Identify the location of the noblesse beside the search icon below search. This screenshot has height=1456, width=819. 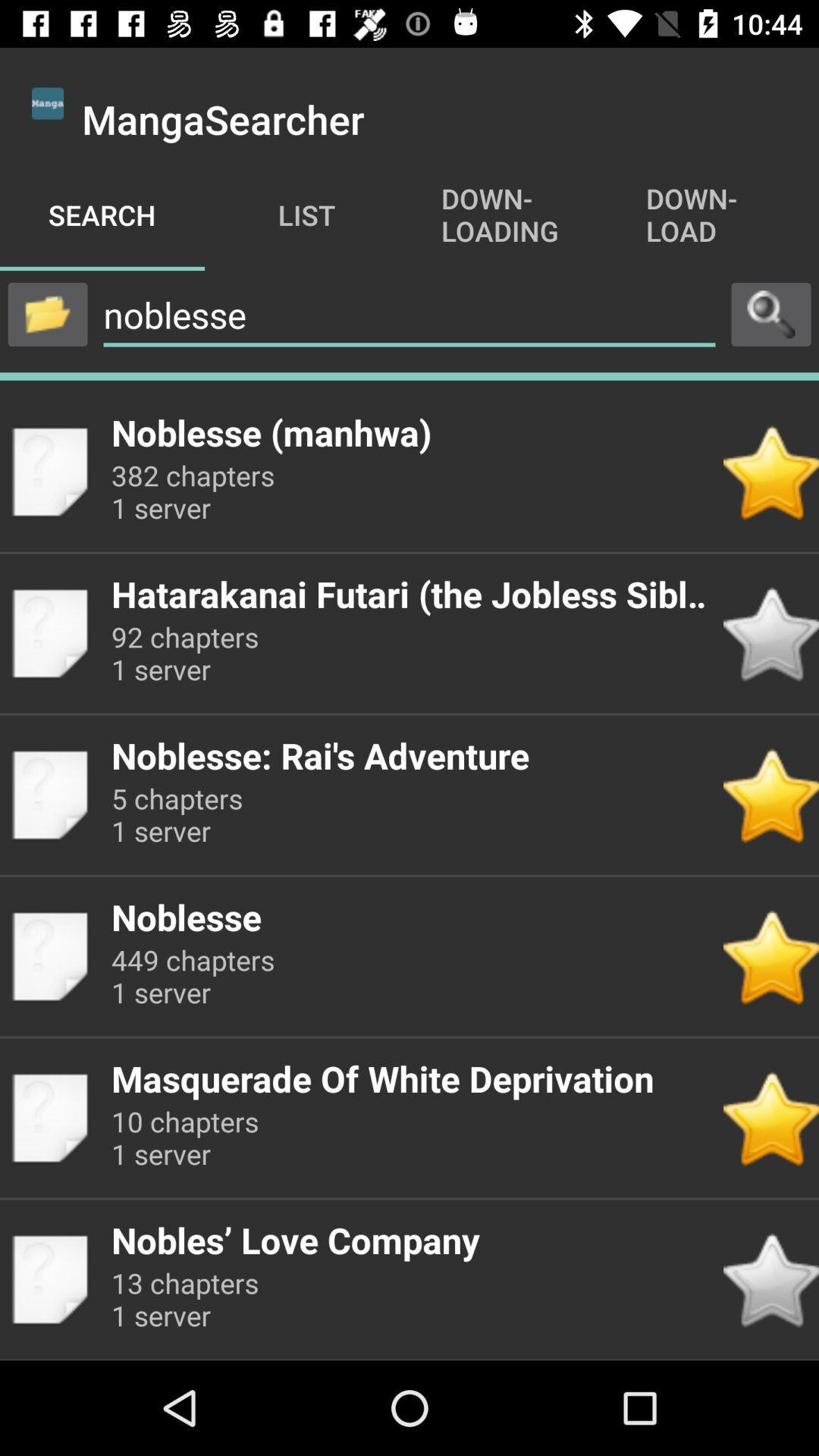
(409, 315).